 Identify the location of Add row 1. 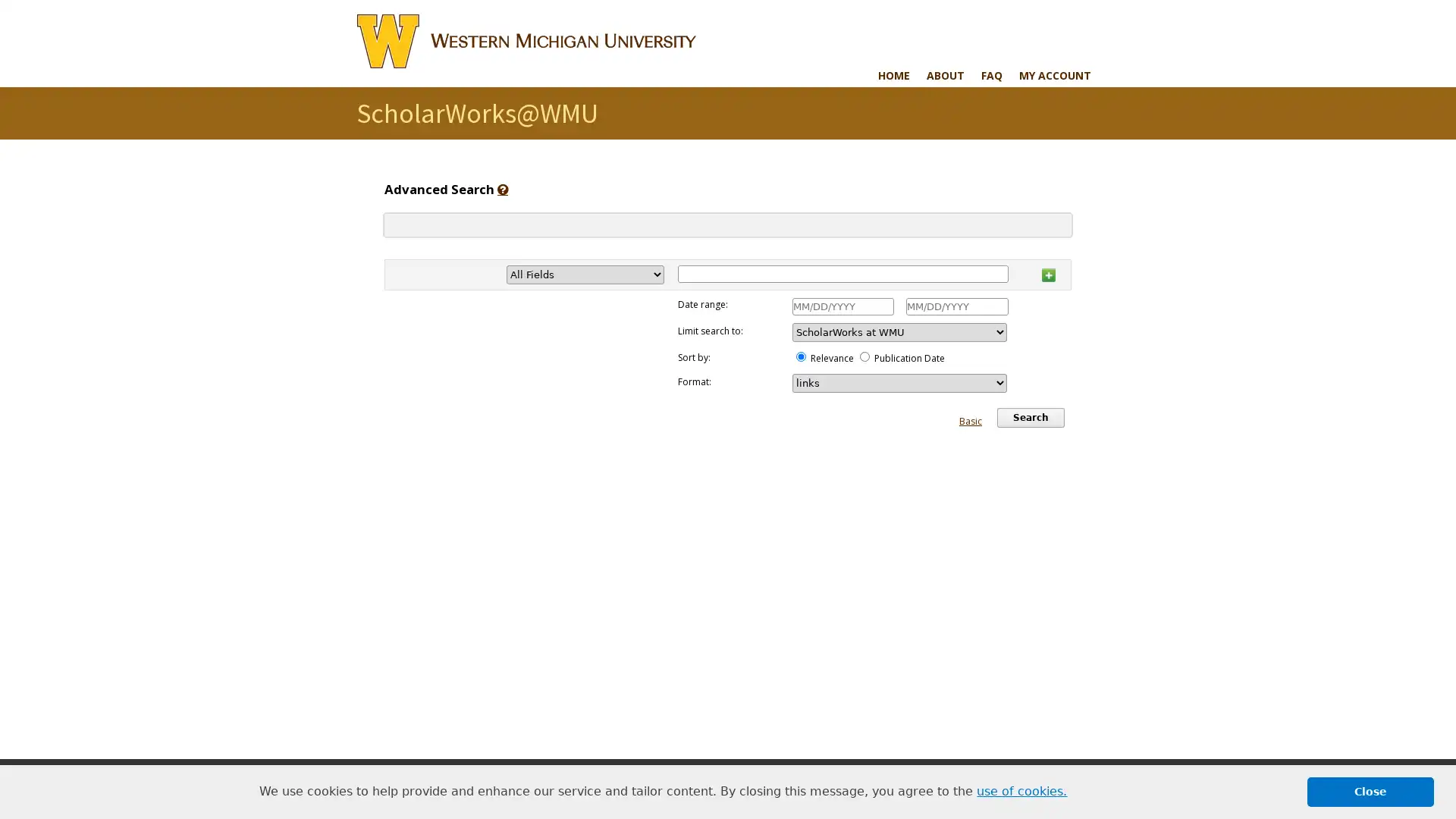
(1047, 271).